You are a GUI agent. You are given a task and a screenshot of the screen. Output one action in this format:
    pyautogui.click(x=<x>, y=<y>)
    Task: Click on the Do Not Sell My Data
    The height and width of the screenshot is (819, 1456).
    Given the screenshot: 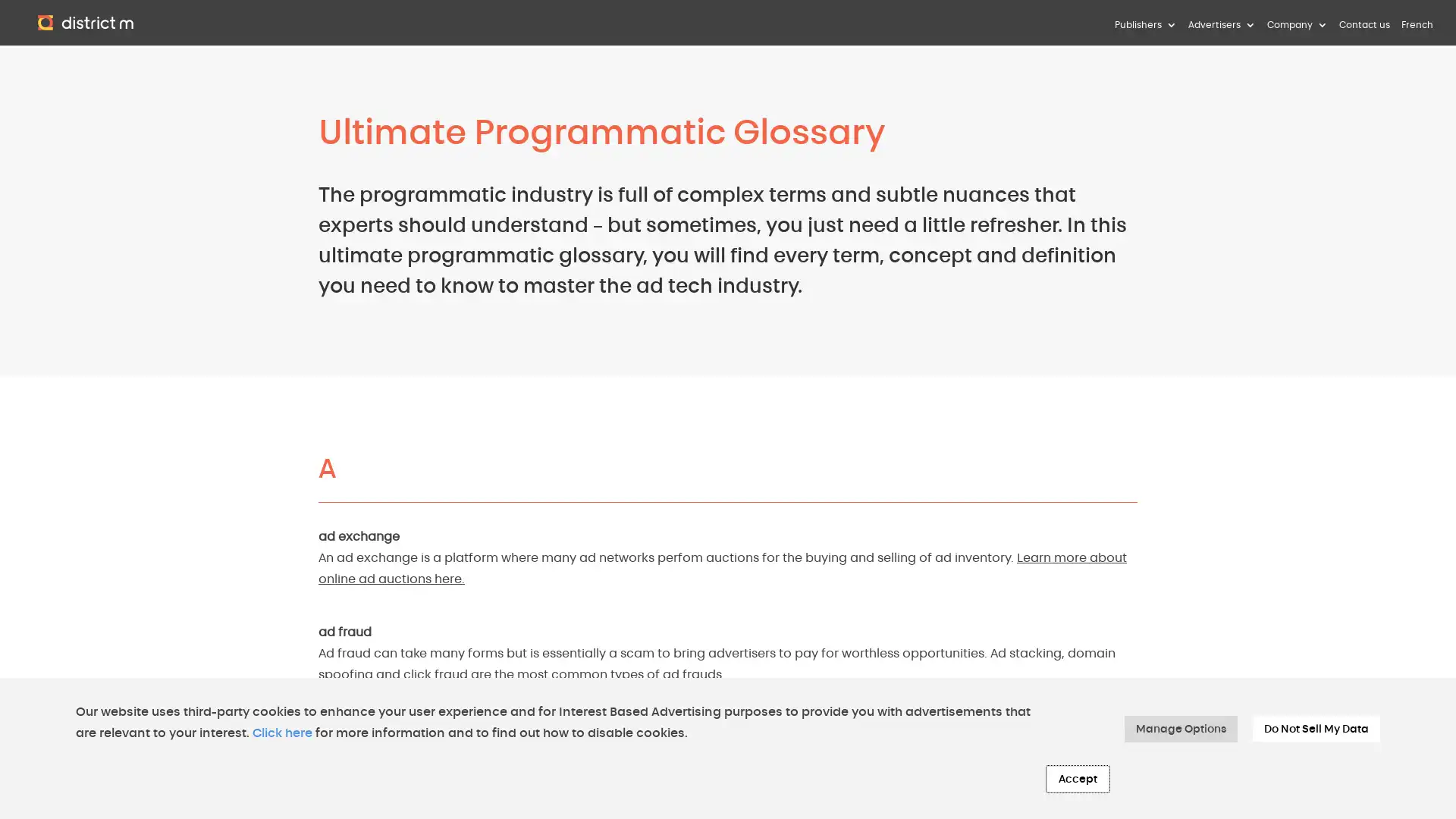 What is the action you would take?
    pyautogui.click(x=1316, y=728)
    